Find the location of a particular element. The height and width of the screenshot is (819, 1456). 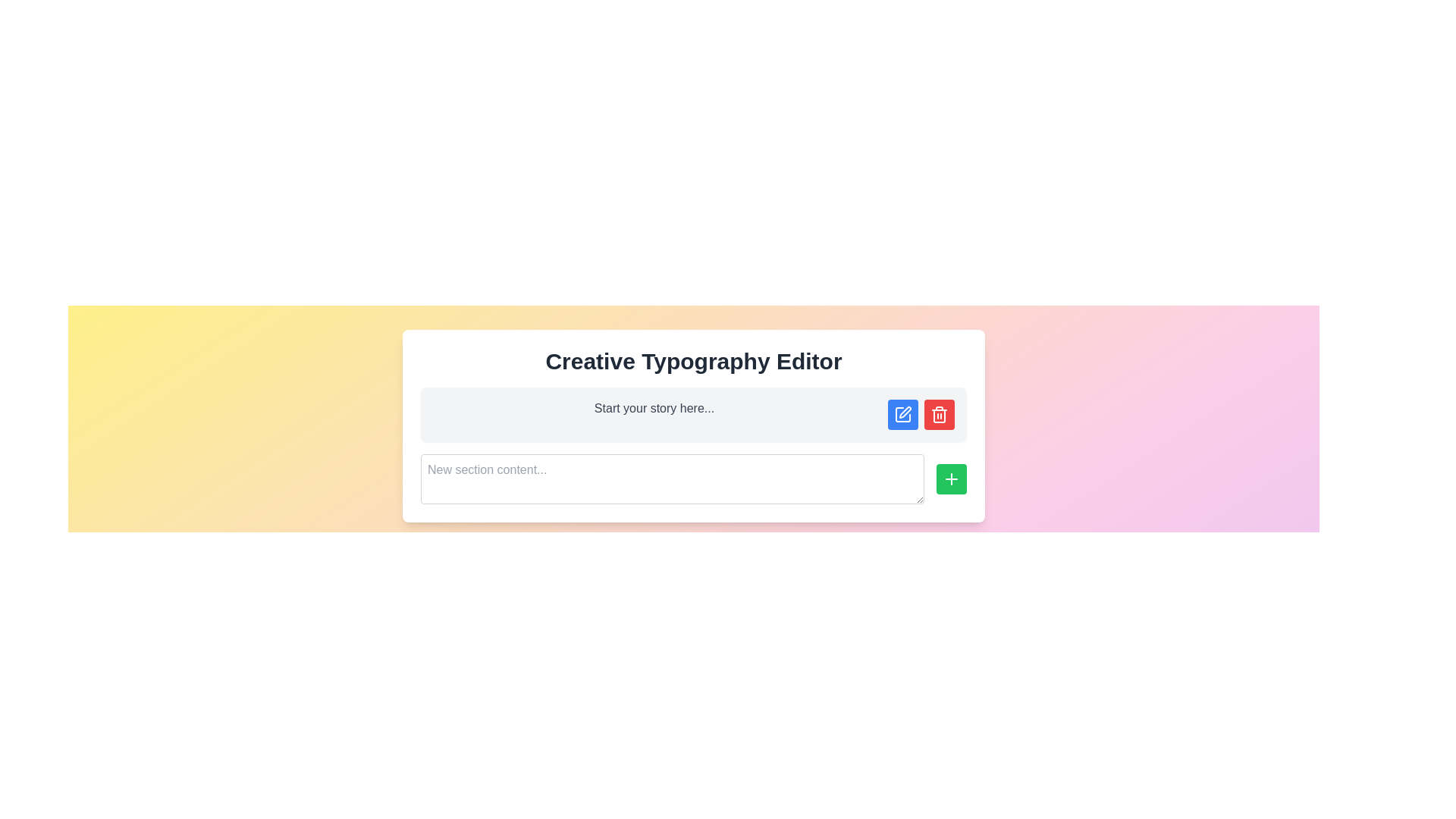

the editable text prompt field with placeholder text 'Start your story here...' is located at coordinates (693, 415).